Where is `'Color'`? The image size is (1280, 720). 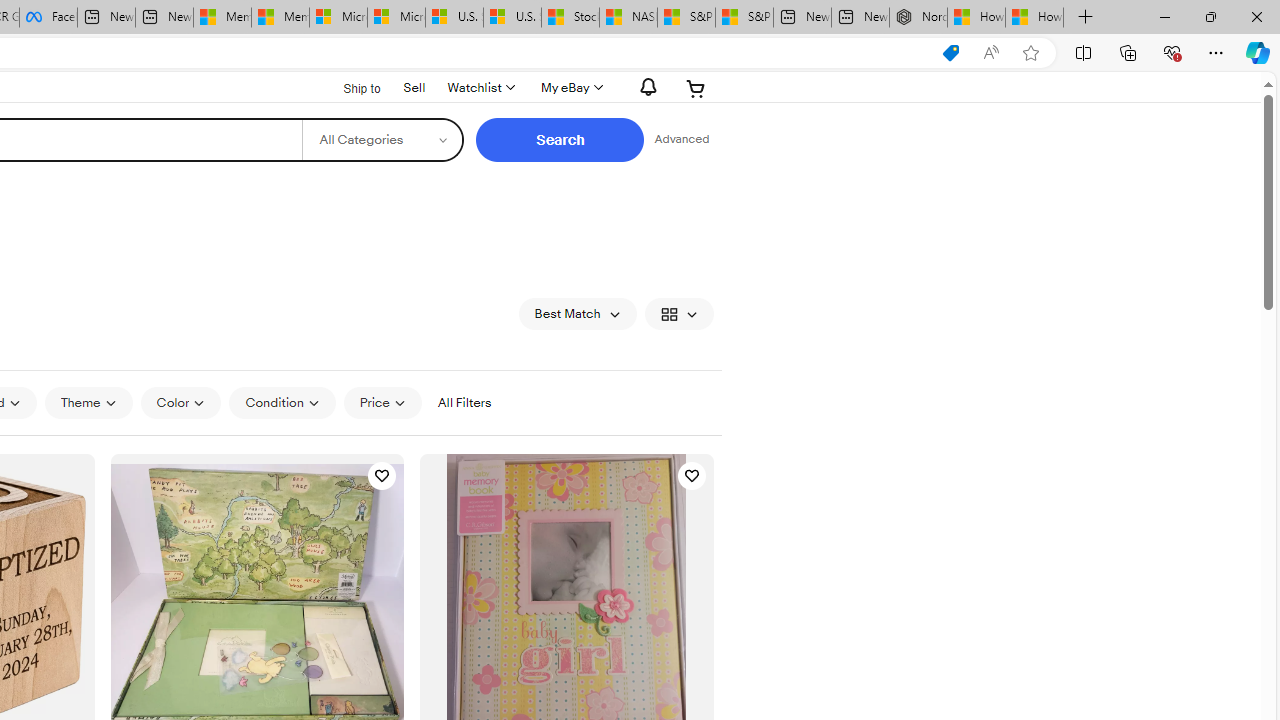 'Color' is located at coordinates (180, 403).